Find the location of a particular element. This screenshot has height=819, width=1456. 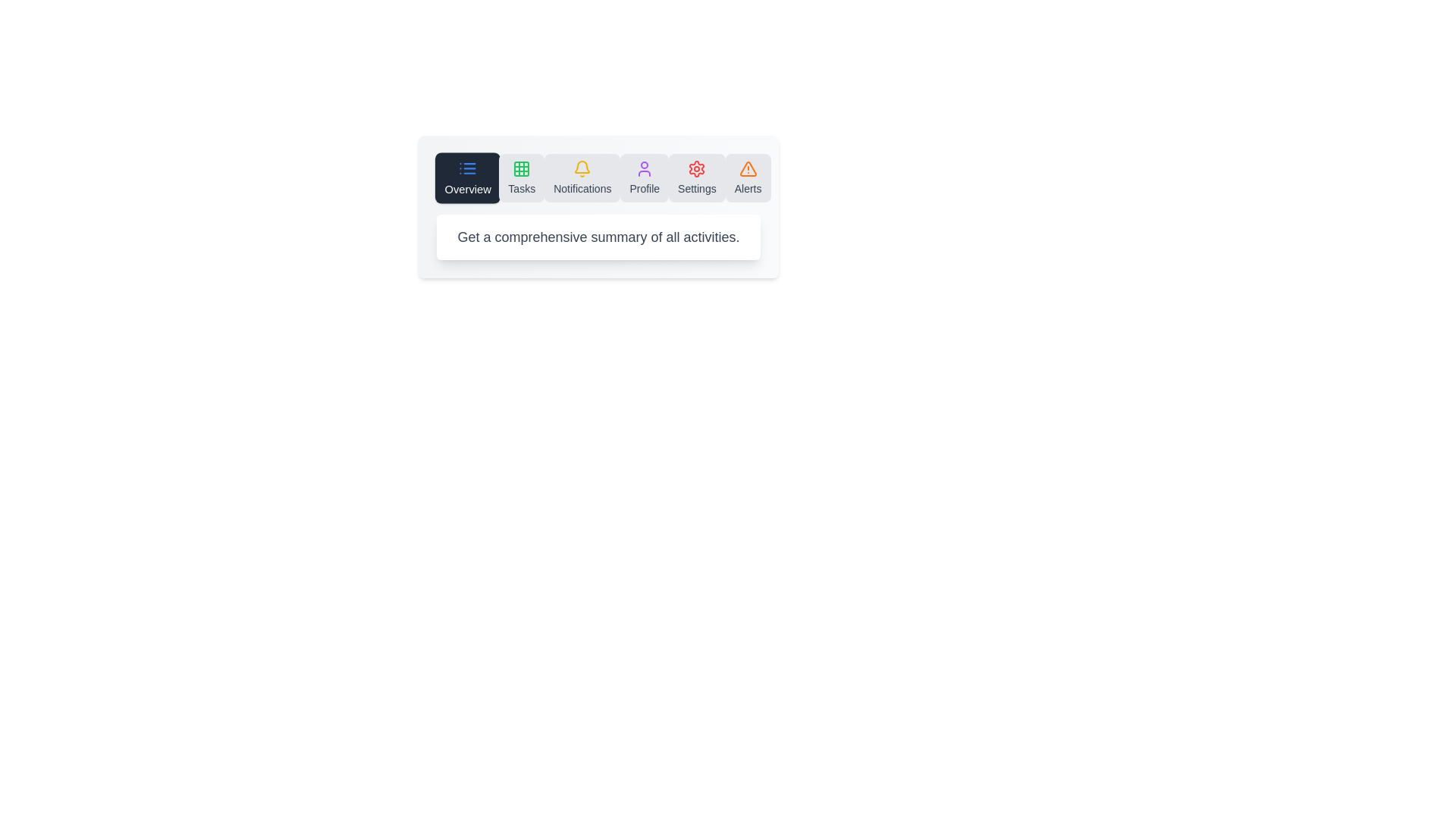

the icon to switch to the Tasks section is located at coordinates (521, 177).